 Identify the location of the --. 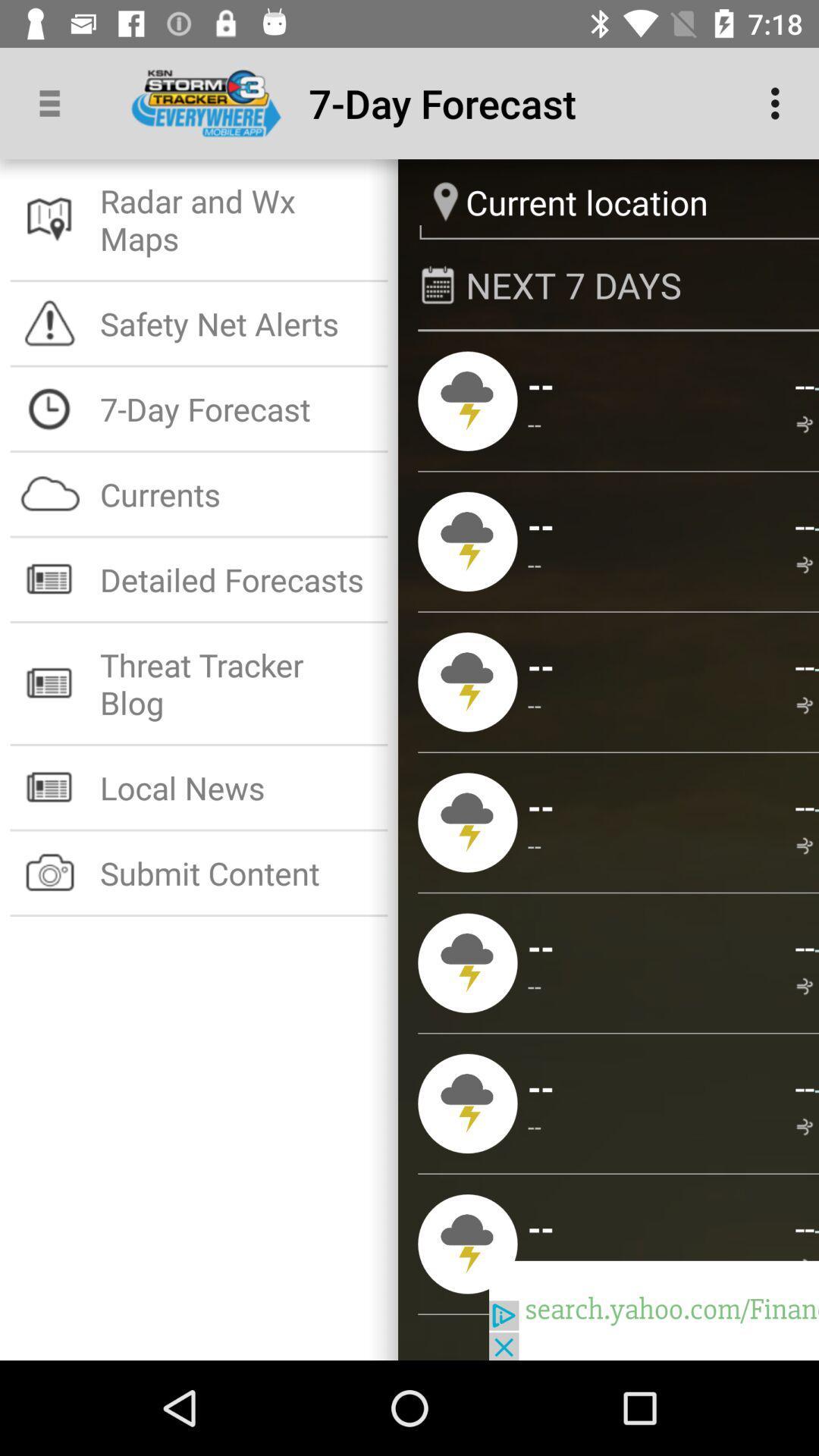
(815, 1087).